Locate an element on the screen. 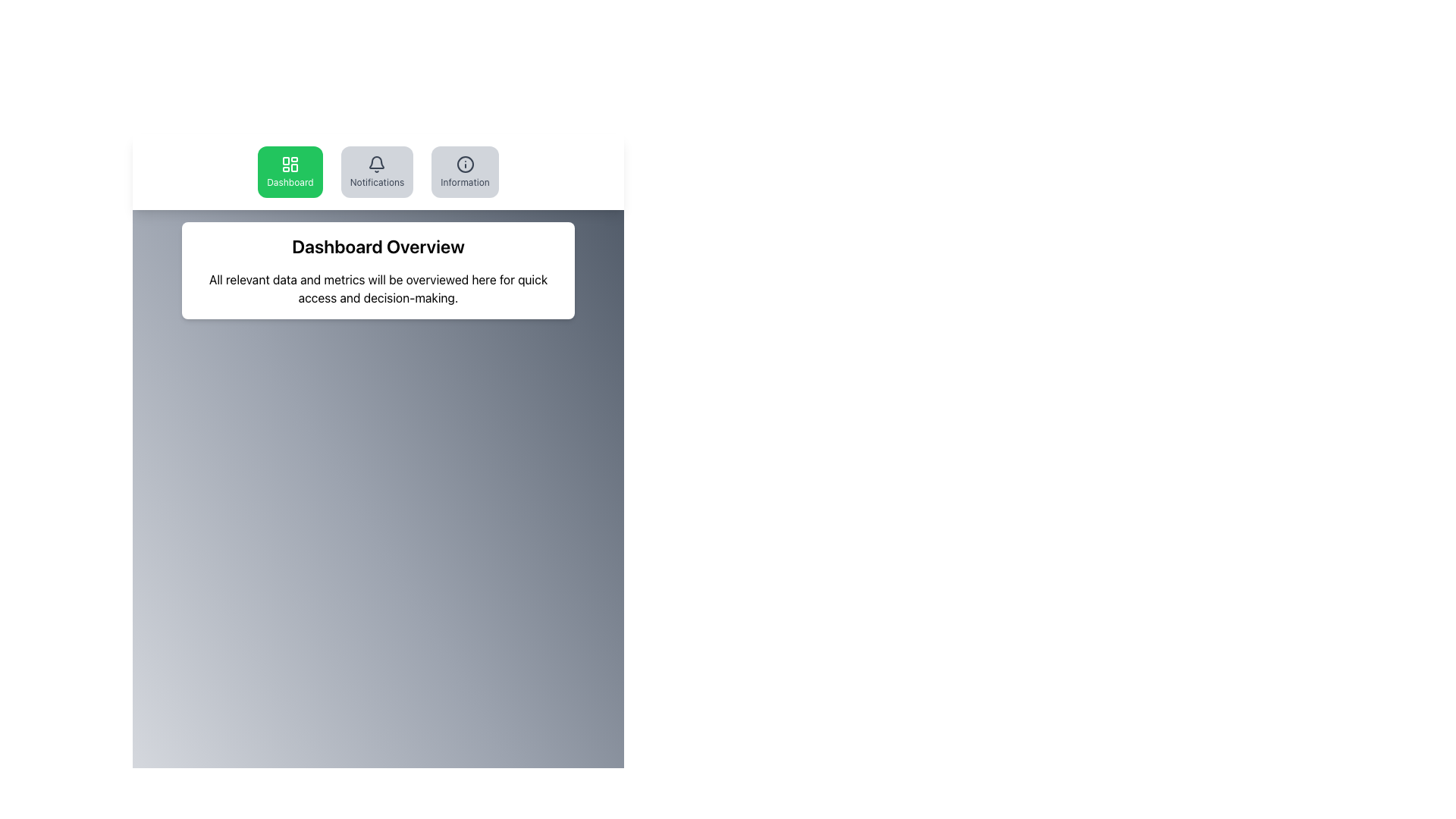 The image size is (1456, 819). the 'Dashboard' text label, which is positioned beneath a green square icon, to initiate the dashboard-related action is located at coordinates (290, 181).